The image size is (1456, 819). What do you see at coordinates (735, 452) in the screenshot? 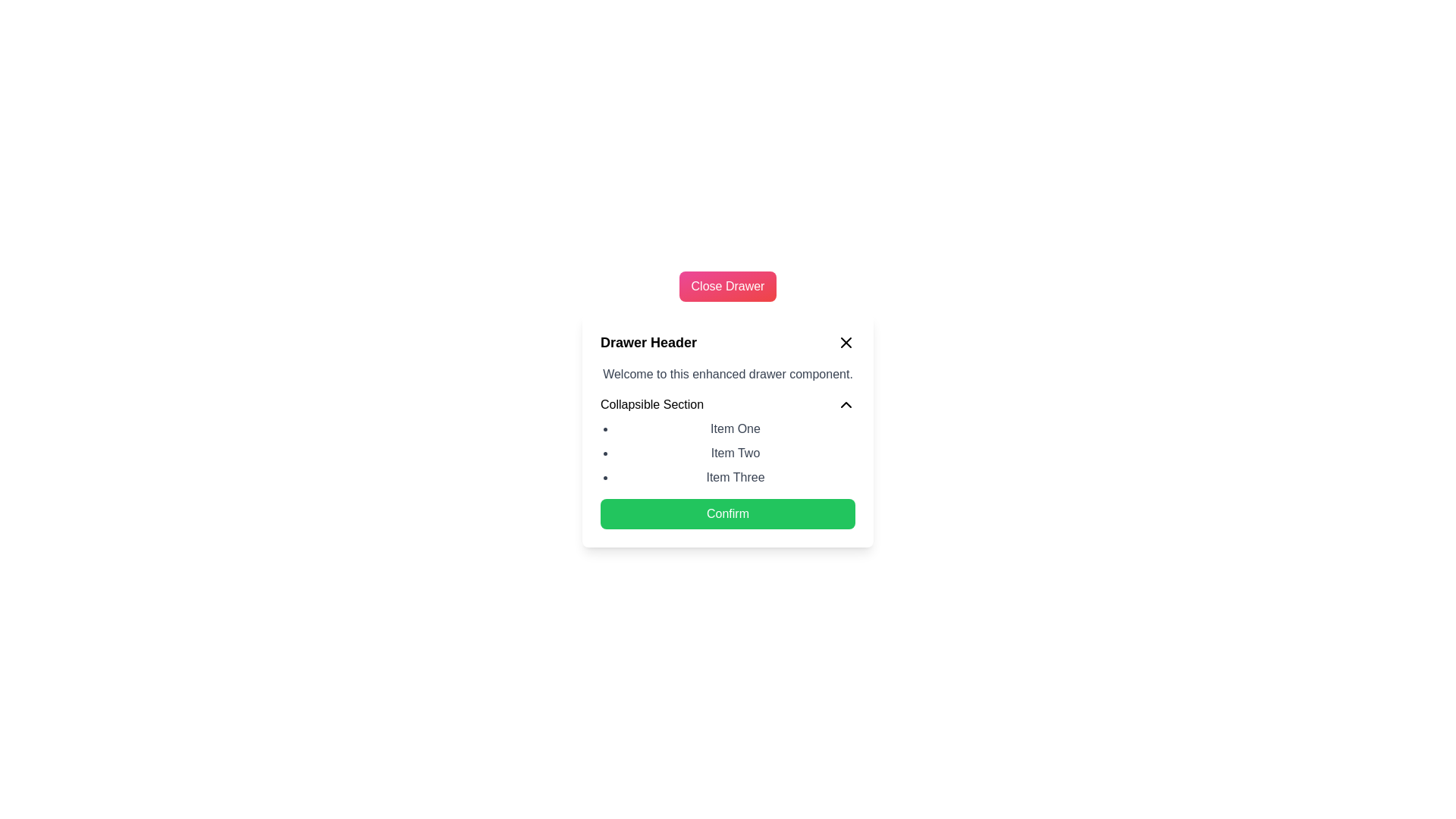
I see `the list item labeled 'Item Two', which is styled in gray and positioned as the second item in a bullet-point list within the 'Collapsible Section' modal` at bounding box center [735, 452].